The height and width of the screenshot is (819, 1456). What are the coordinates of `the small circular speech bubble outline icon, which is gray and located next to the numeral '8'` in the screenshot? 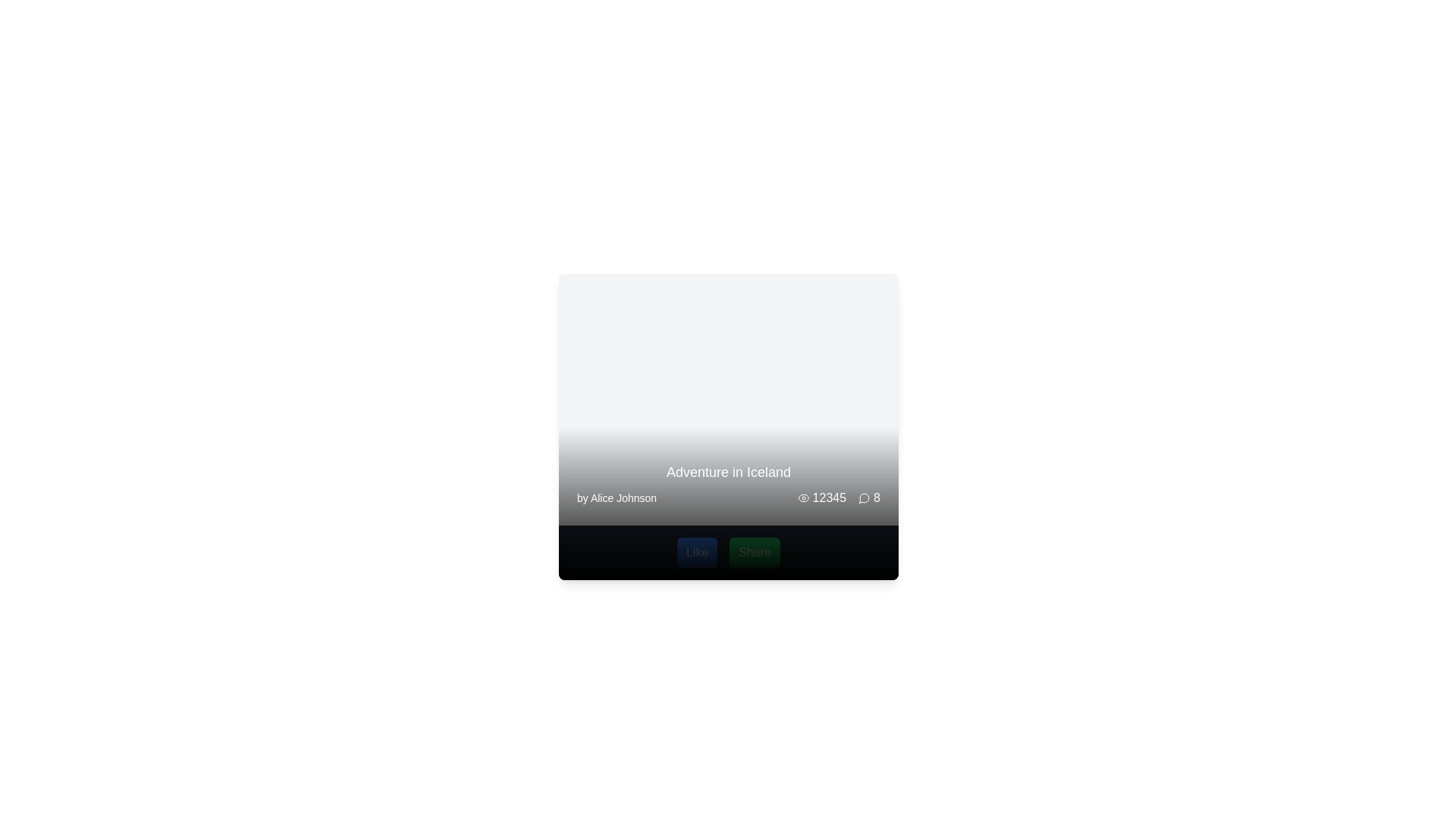 It's located at (864, 497).